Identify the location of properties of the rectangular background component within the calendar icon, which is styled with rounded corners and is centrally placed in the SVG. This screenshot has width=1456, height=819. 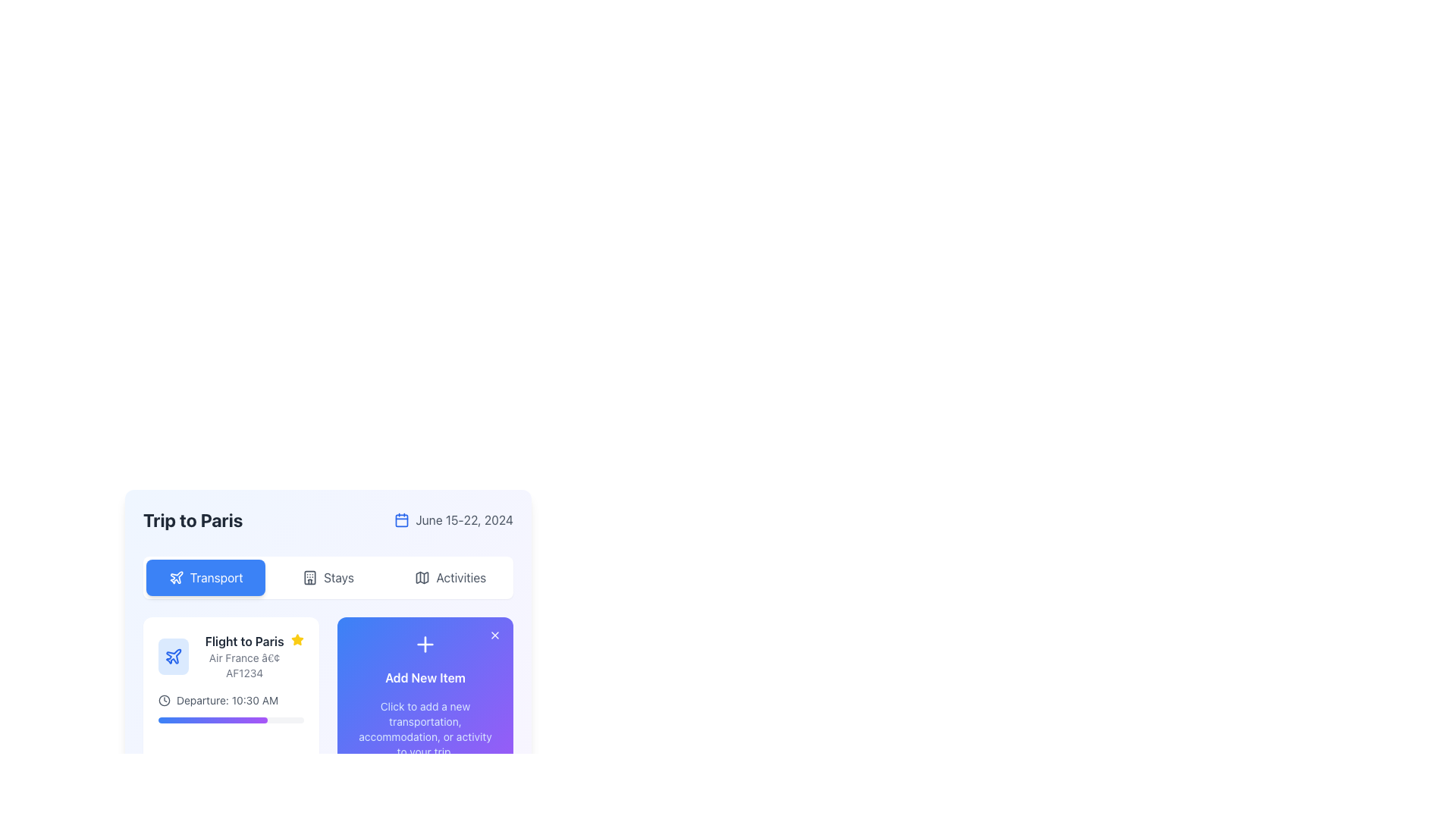
(402, 519).